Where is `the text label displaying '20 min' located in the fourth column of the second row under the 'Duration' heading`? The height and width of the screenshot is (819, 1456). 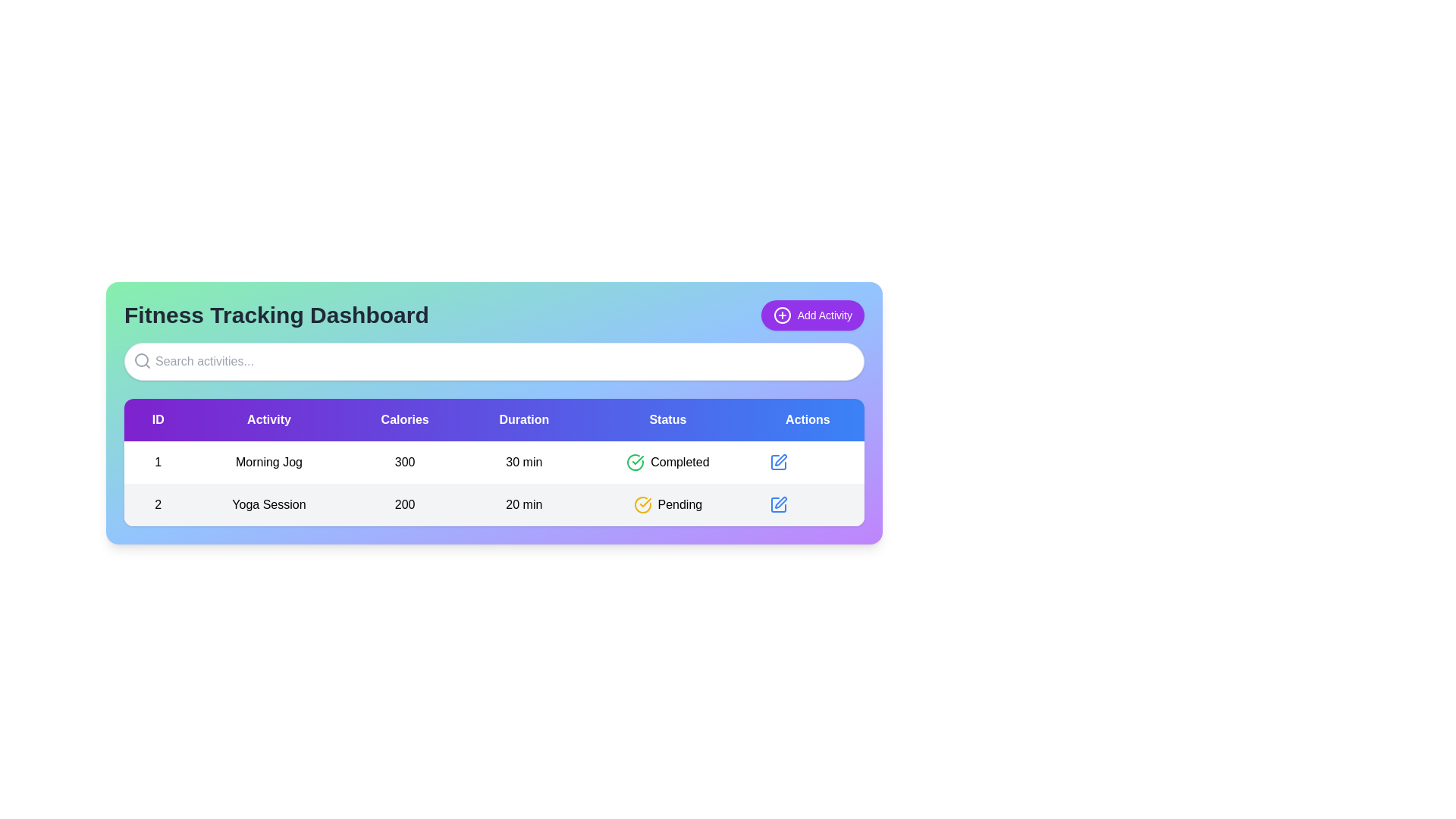
the text label displaying '20 min' located in the fourth column of the second row under the 'Duration' heading is located at coordinates (524, 505).